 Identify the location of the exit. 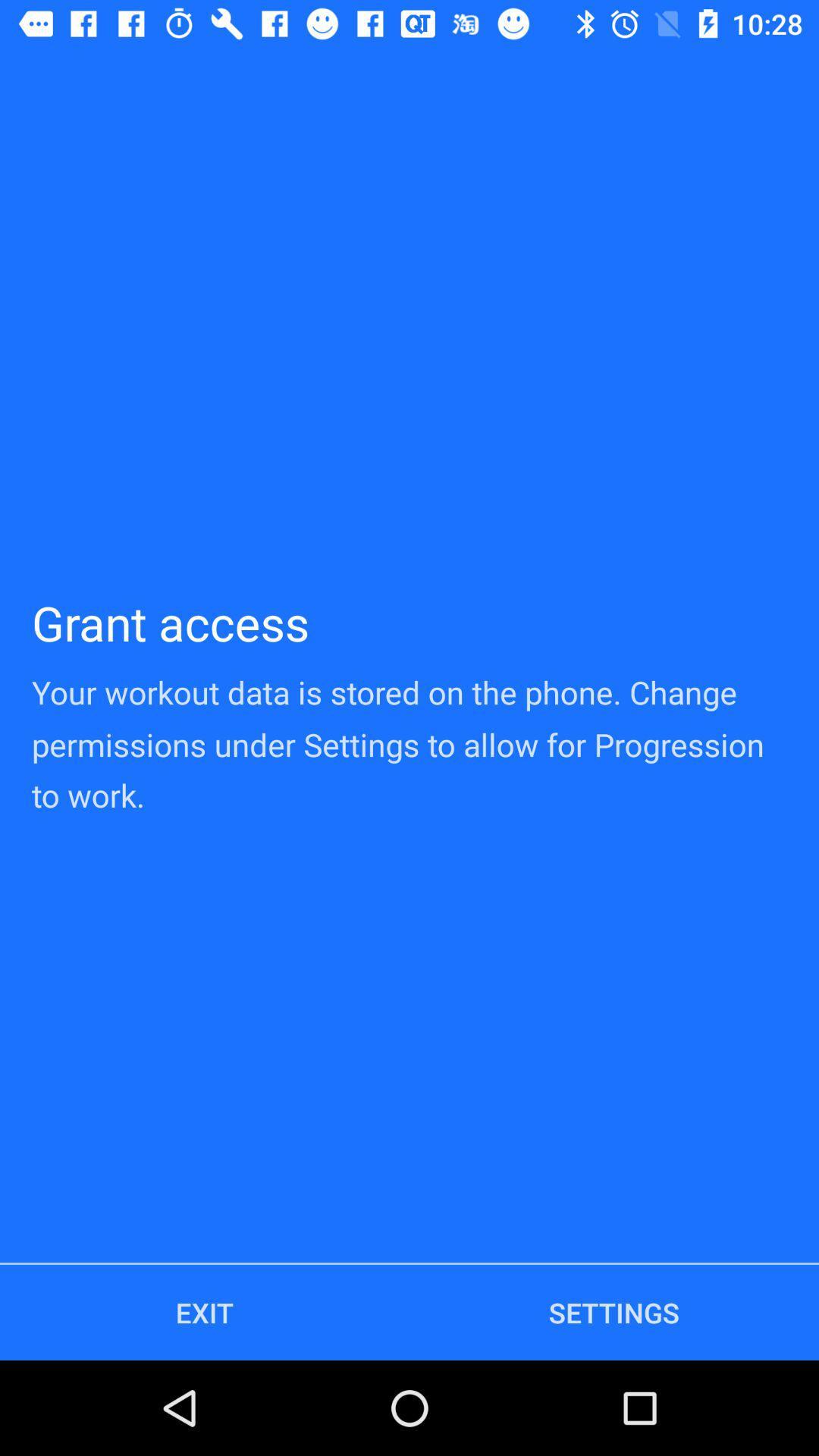
(205, 1312).